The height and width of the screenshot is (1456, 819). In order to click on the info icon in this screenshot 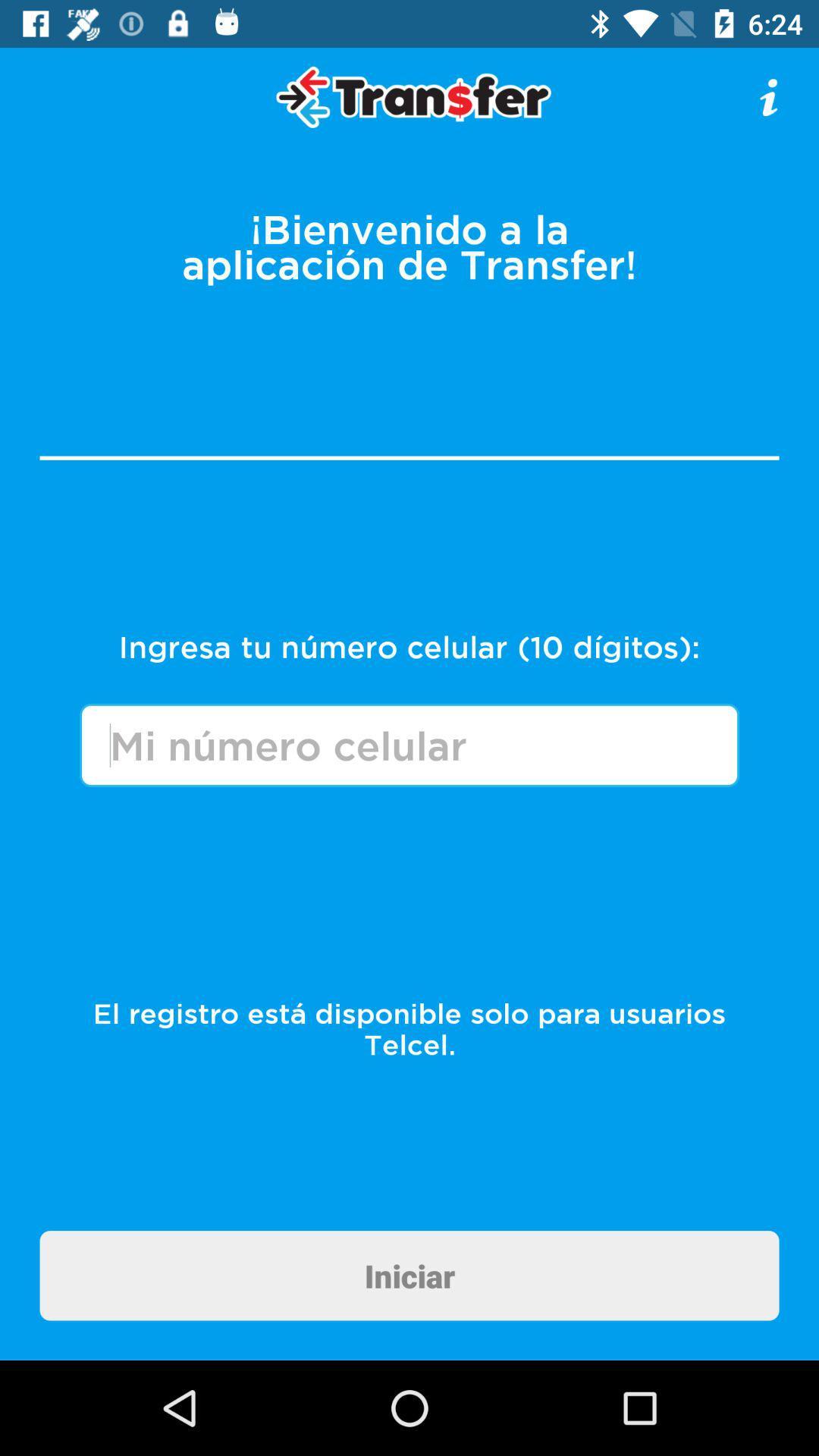, I will do `click(769, 96)`.